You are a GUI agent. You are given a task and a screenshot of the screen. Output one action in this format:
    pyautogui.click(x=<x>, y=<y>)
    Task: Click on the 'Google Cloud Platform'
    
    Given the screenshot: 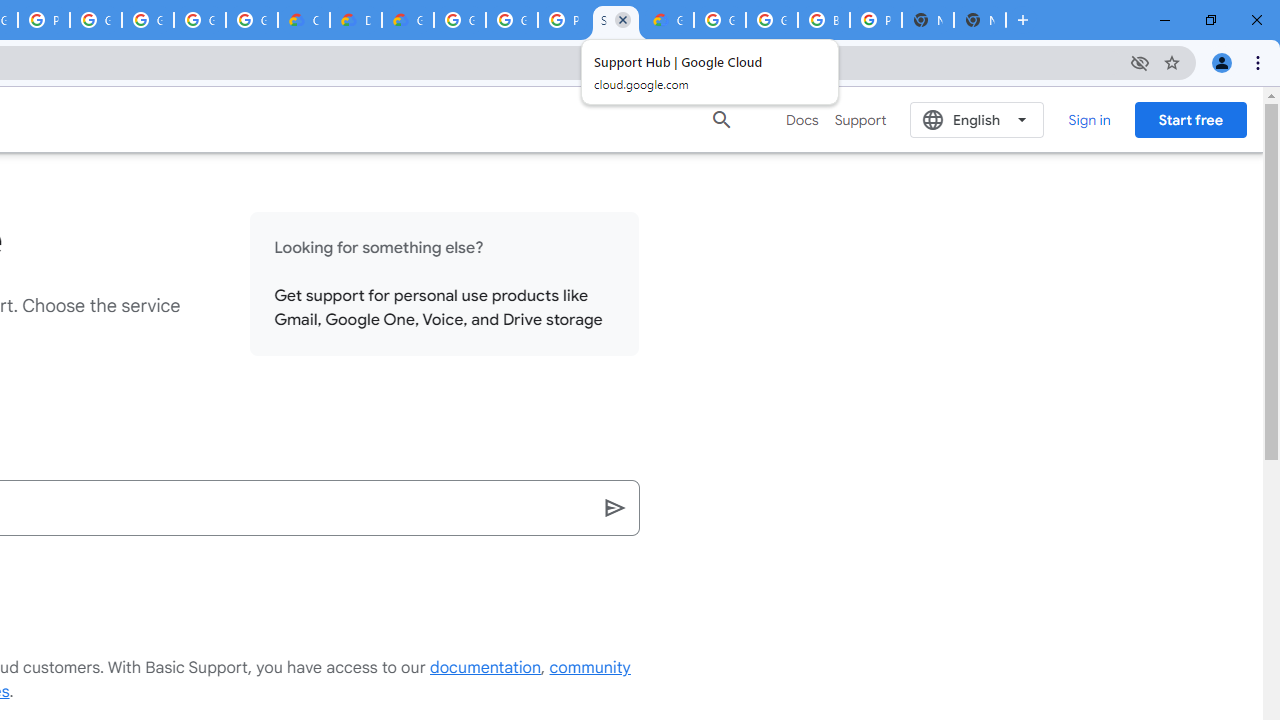 What is the action you would take?
    pyautogui.click(x=770, y=20)
    